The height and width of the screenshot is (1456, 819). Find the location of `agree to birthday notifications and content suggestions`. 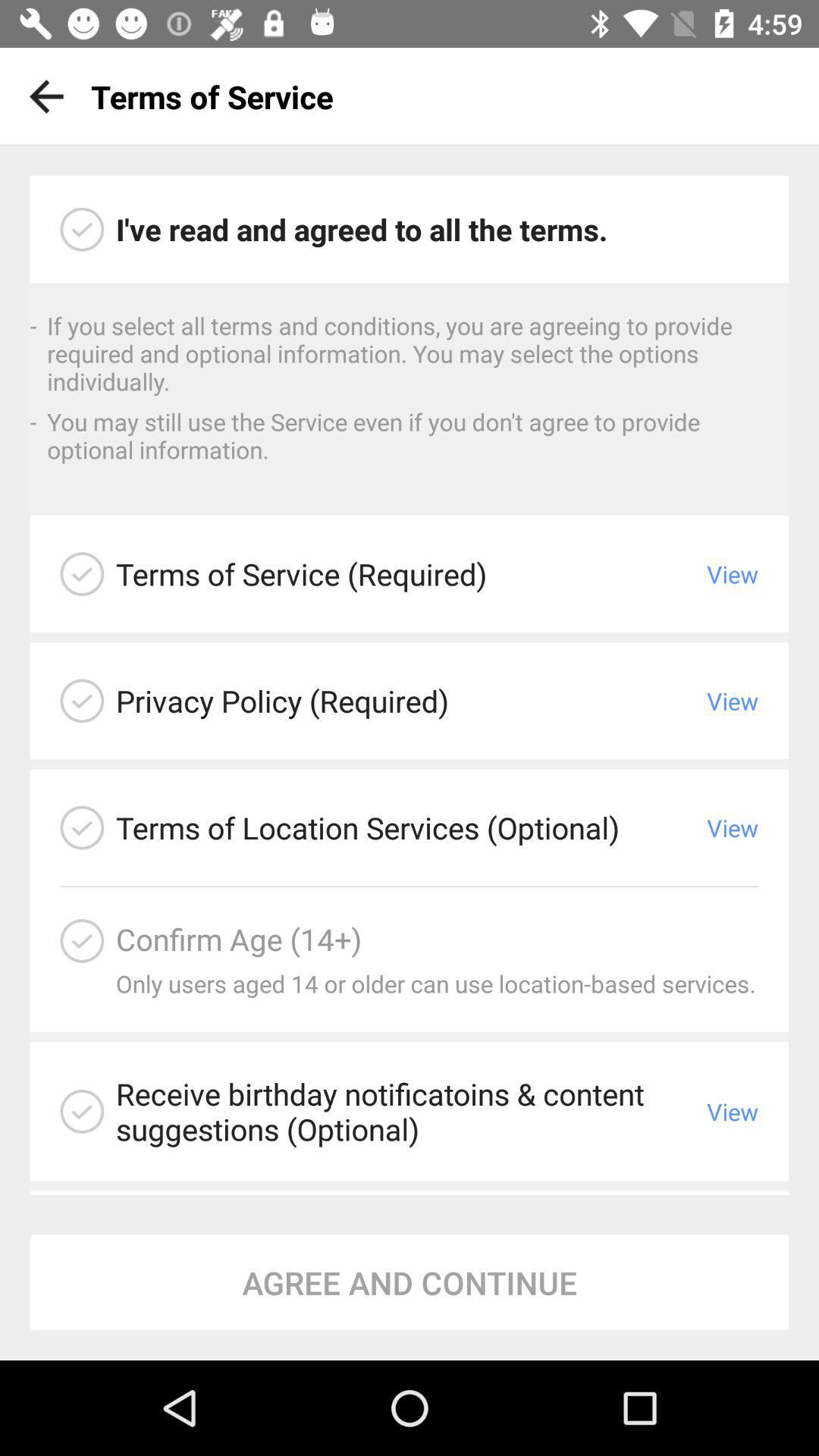

agree to birthday notifications and content suggestions is located at coordinates (82, 1111).